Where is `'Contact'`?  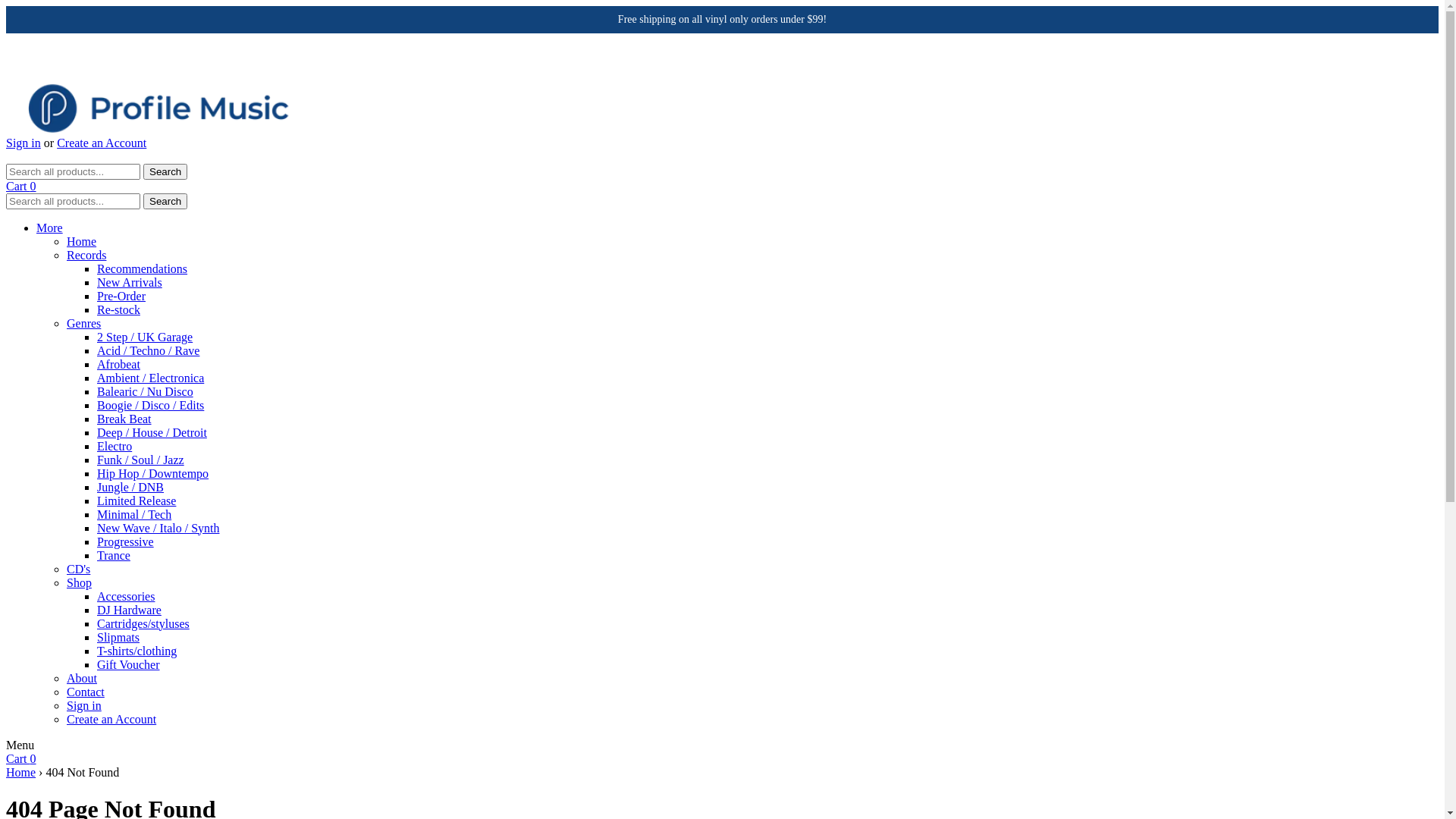 'Contact' is located at coordinates (65, 692).